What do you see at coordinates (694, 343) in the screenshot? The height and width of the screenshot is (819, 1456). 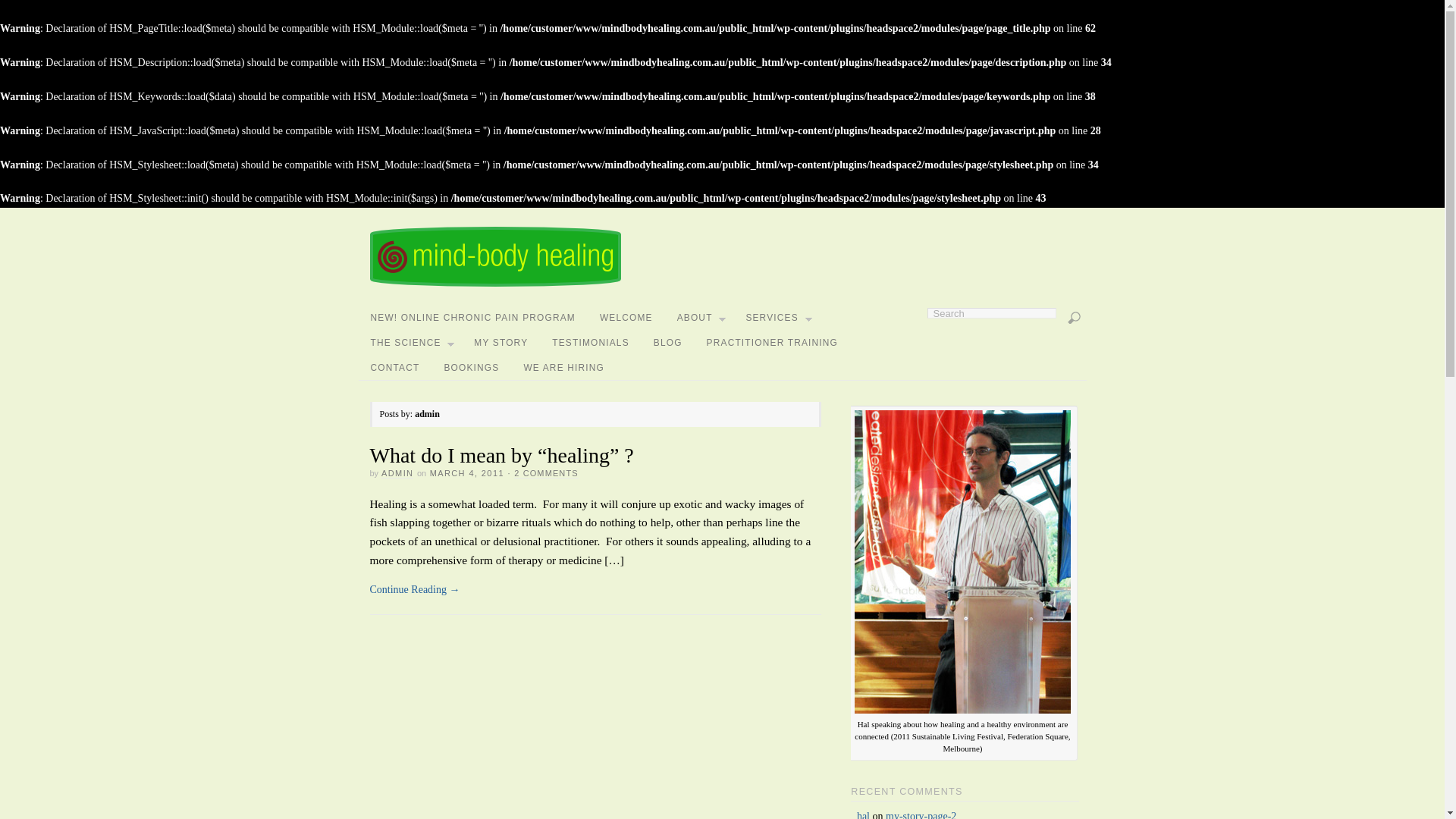 I see `'PRACTITIONER TRAINING'` at bounding box center [694, 343].